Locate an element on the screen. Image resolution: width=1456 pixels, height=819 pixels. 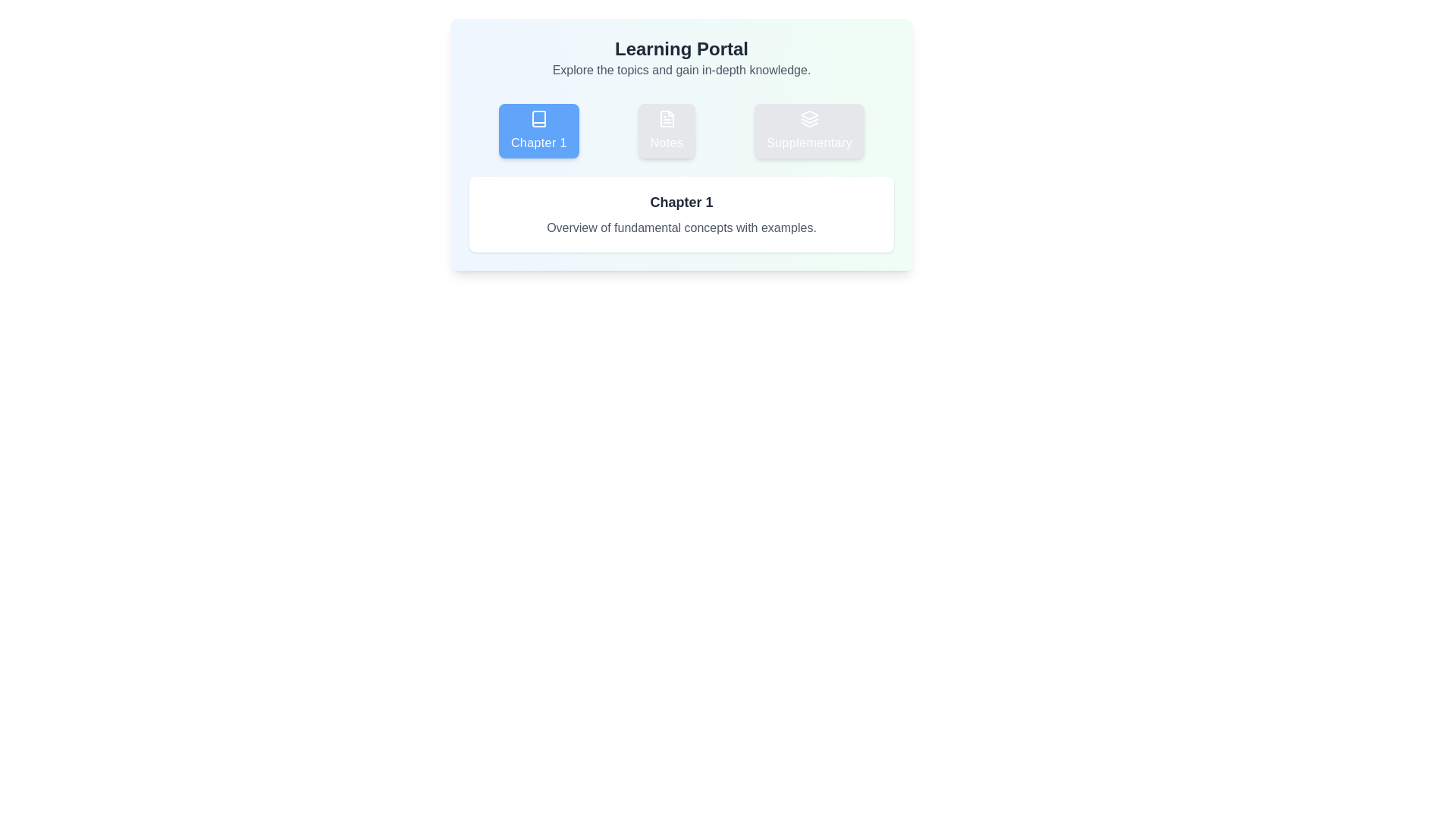
the icon that visually represents the 'Chapter 1' label, located at the top center of the 'Chapter 1' button in the Learning Portal section is located at coordinates (538, 118).